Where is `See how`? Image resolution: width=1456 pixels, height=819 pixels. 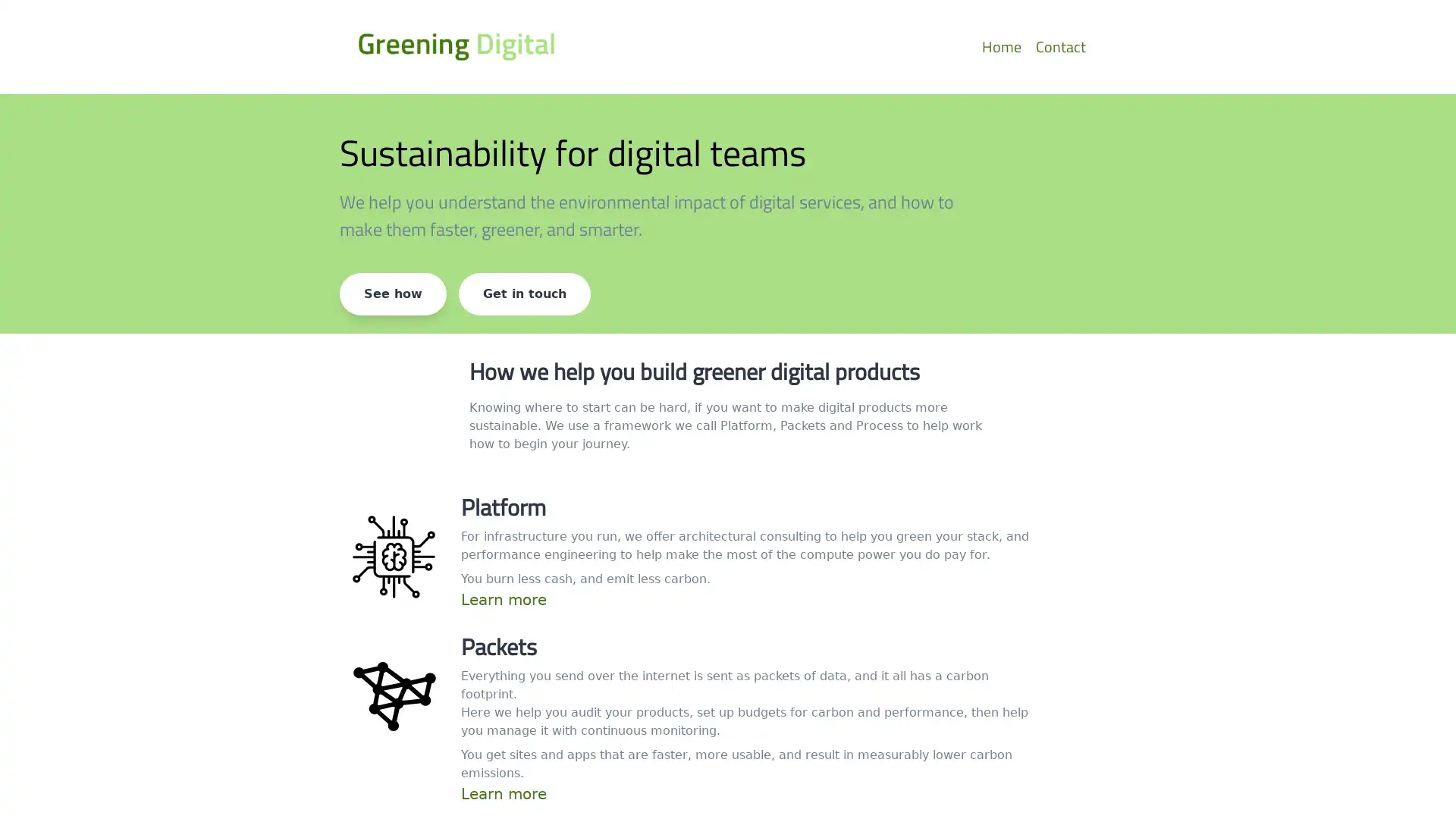 See how is located at coordinates (393, 294).